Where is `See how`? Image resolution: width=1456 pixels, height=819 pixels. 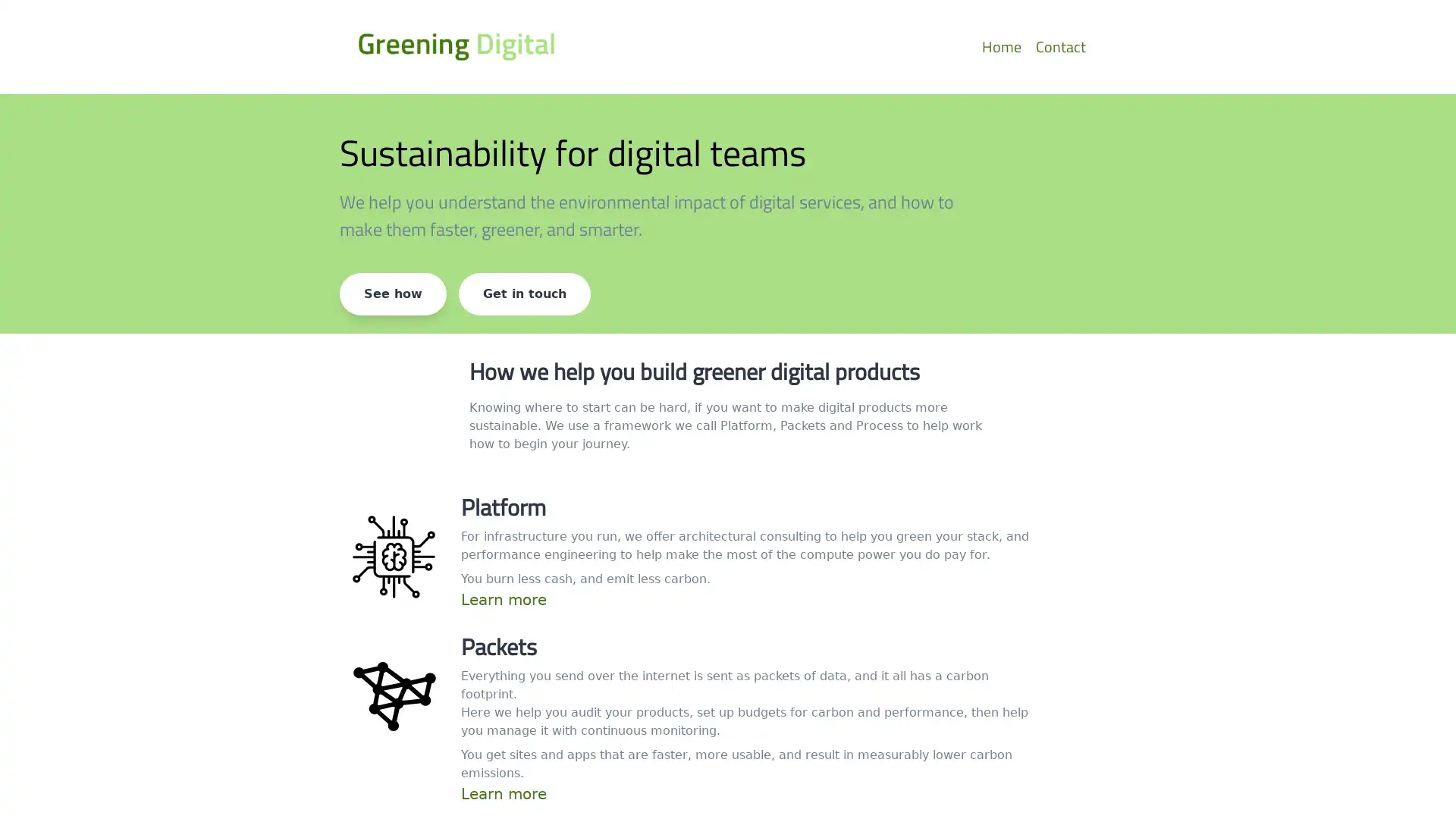 See how is located at coordinates (393, 294).